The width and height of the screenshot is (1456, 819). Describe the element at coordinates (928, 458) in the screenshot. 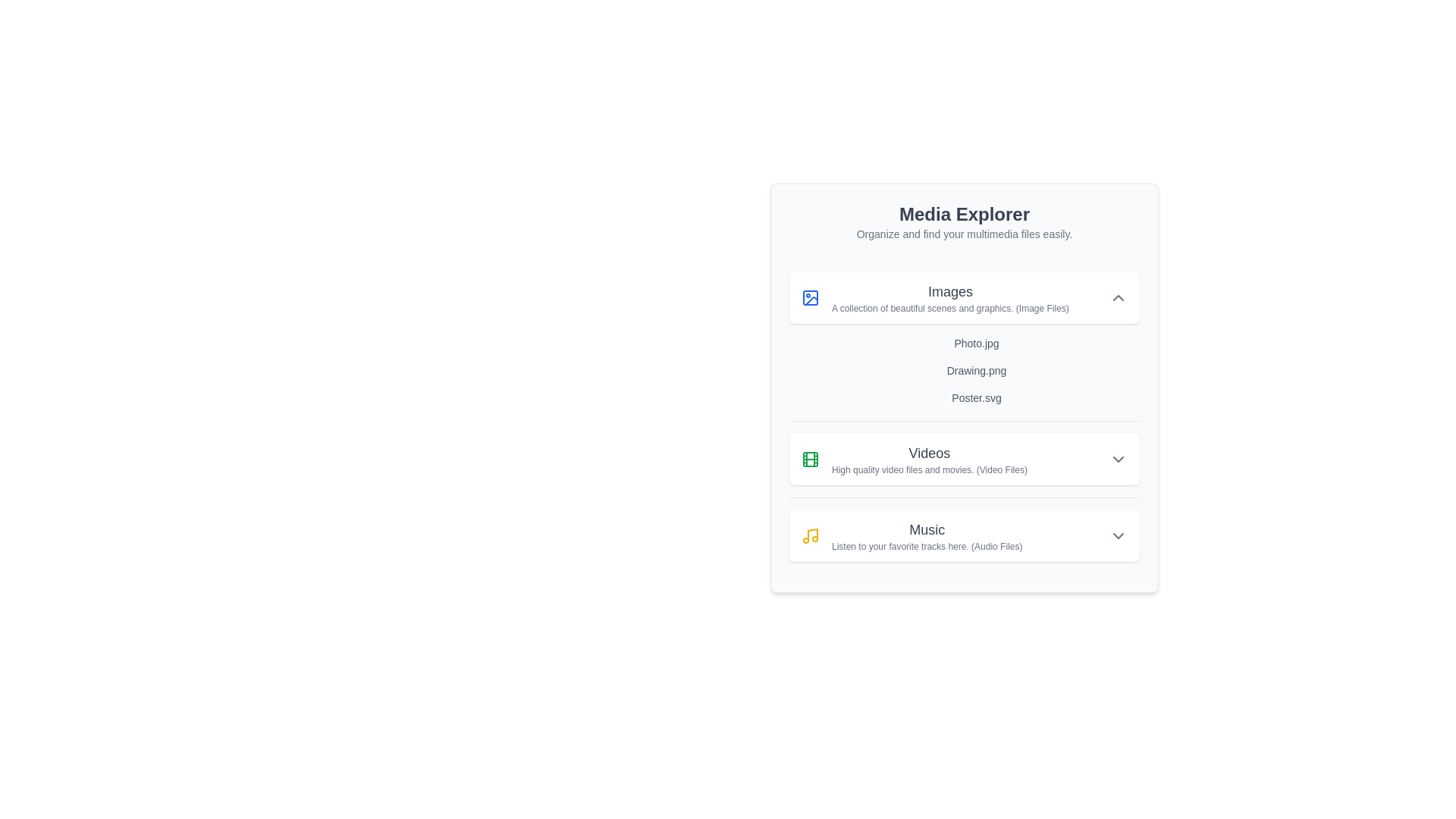

I see `the 'Videos' text block, which features a bold title and a description about high quality video files, located in the Media Explorer section` at that location.